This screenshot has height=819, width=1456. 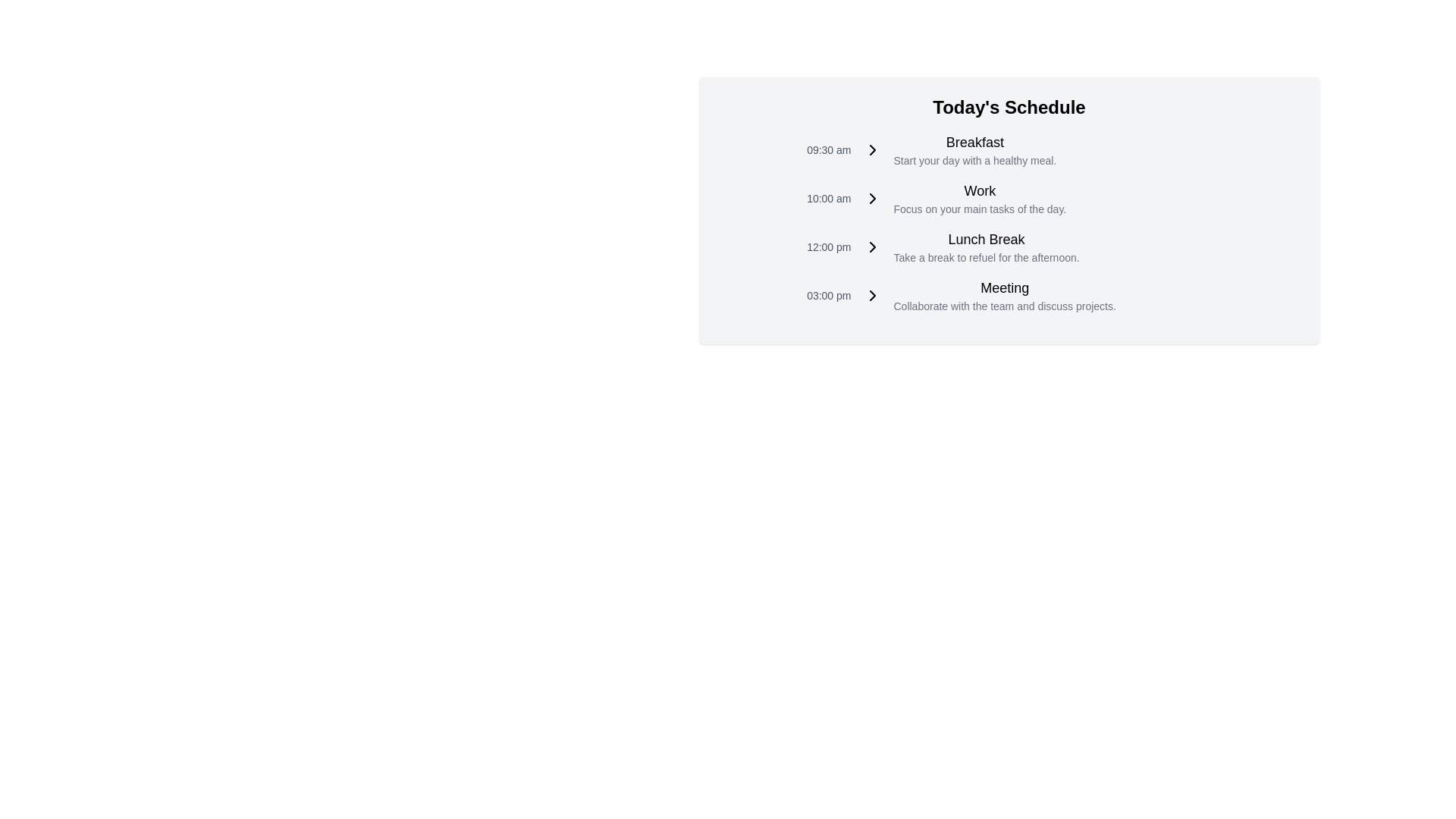 What do you see at coordinates (974, 143) in the screenshot?
I see `text label for the schedule entry at '09:30 am' in 'Today's Schedule' to understand its content` at bounding box center [974, 143].